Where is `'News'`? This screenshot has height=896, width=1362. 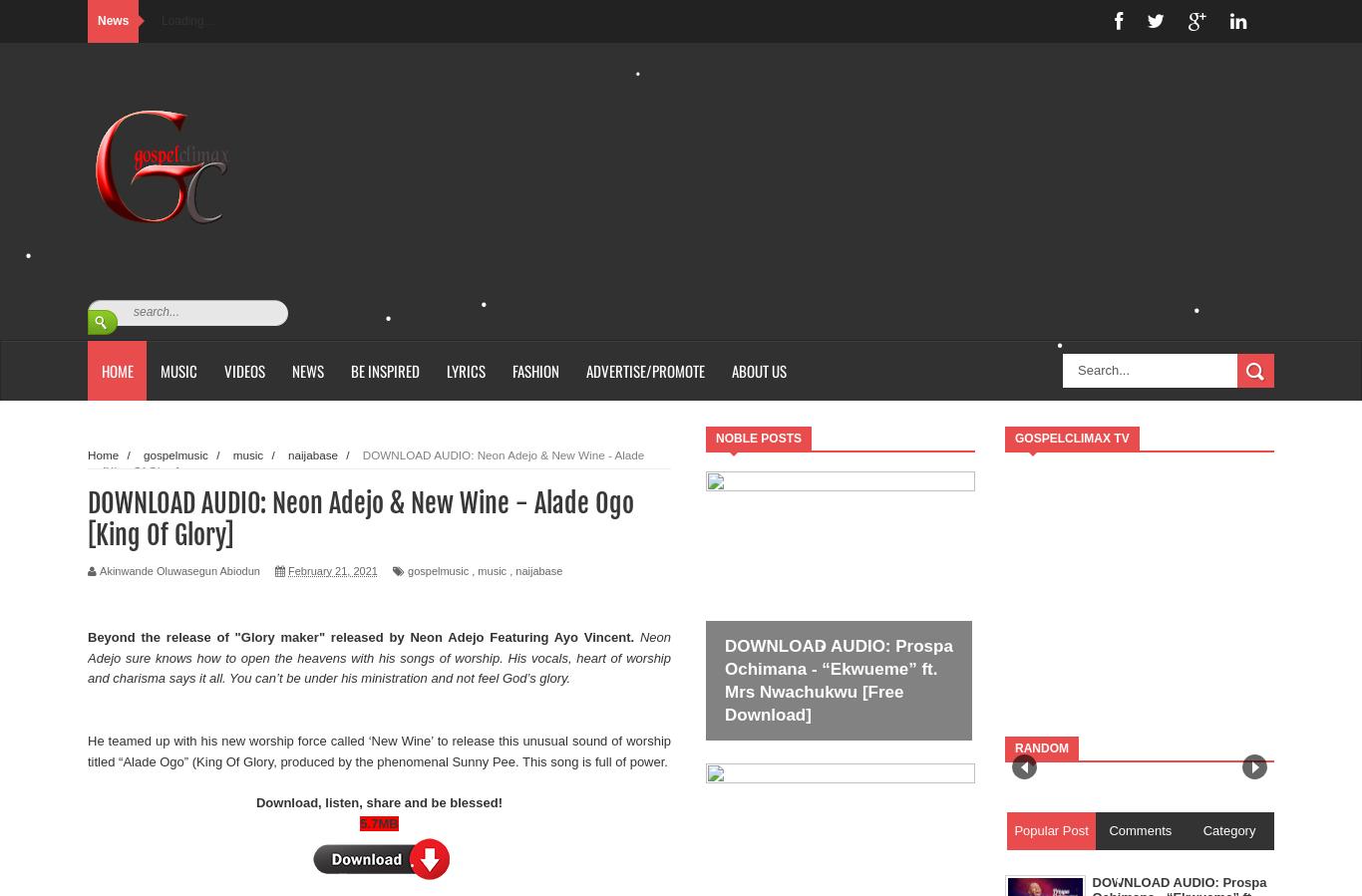
'News' is located at coordinates (113, 20).